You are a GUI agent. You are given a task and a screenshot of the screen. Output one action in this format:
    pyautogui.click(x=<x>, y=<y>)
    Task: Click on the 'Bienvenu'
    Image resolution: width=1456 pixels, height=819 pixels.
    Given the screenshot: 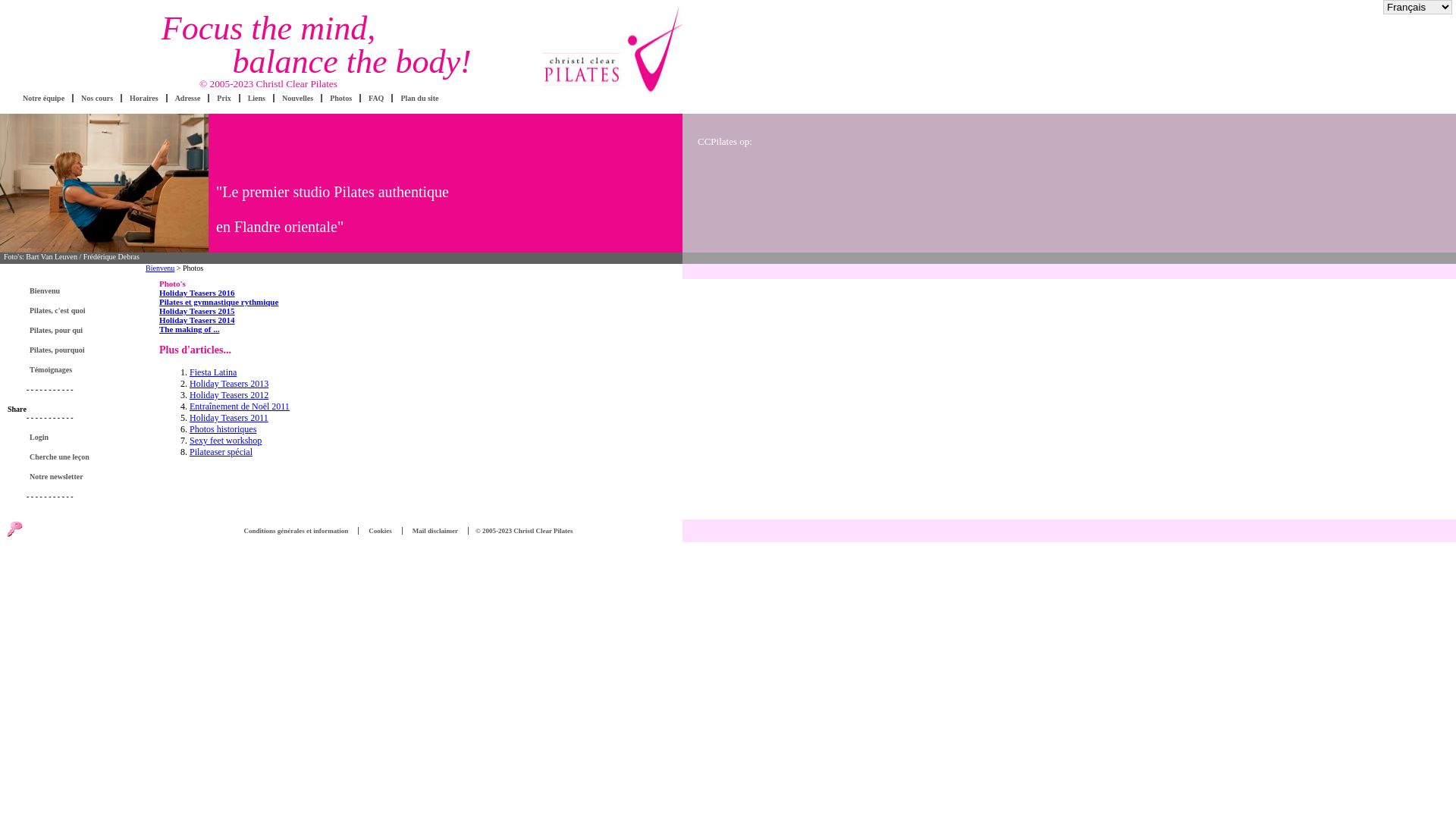 What is the action you would take?
    pyautogui.click(x=160, y=267)
    